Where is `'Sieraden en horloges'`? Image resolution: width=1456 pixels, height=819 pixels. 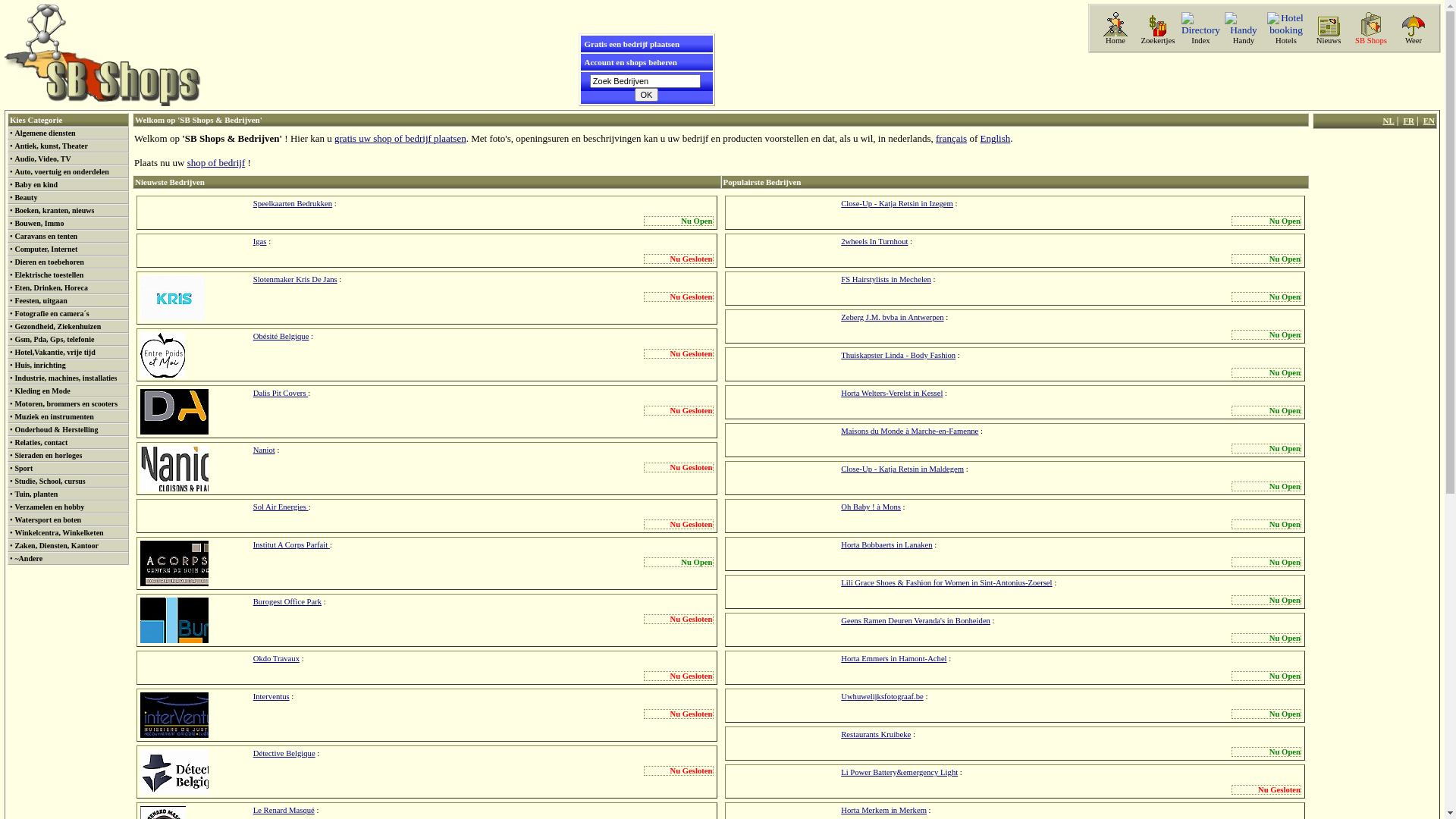 'Sieraden en horloges' is located at coordinates (14, 454).